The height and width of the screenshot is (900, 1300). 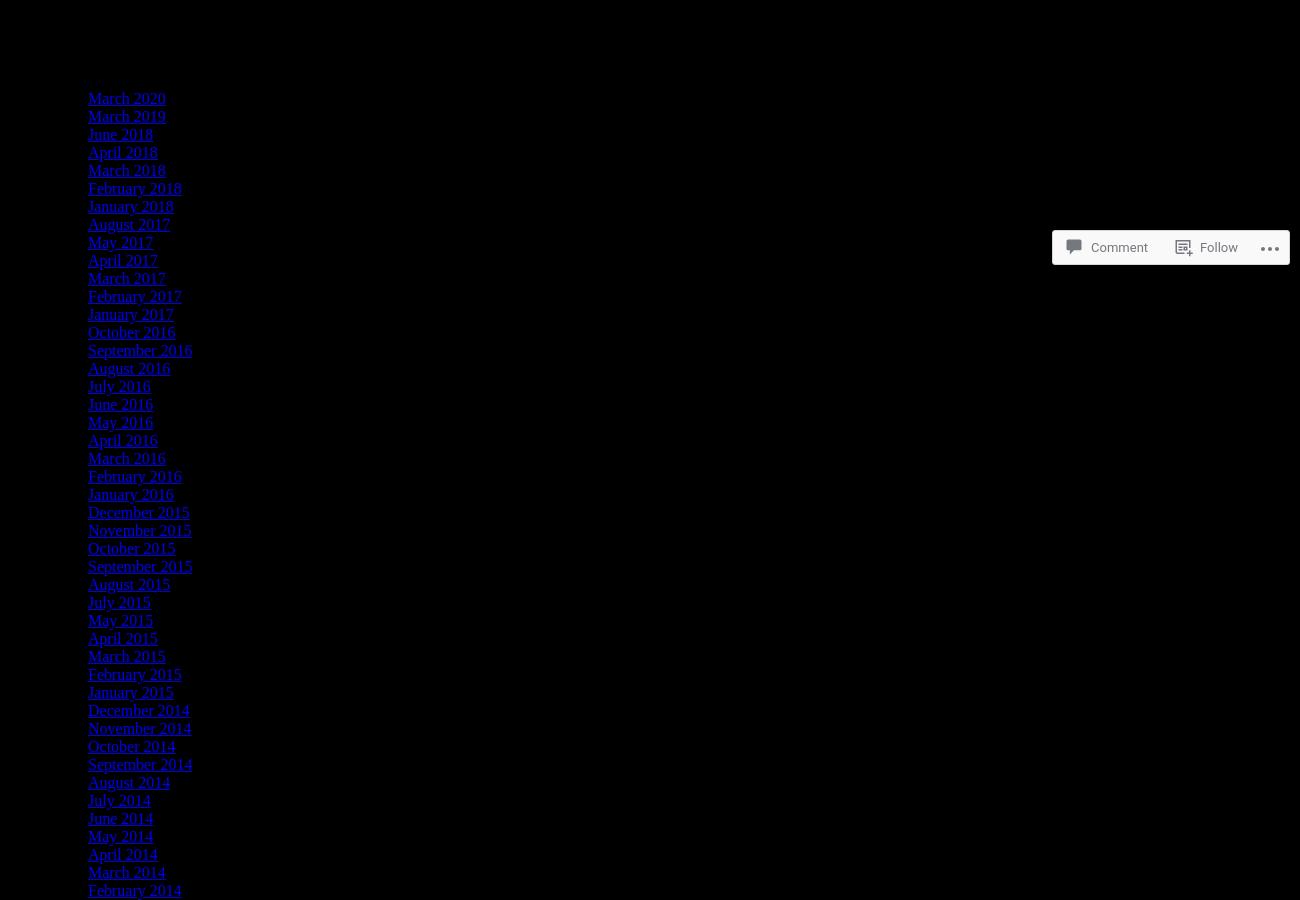 What do you see at coordinates (133, 295) in the screenshot?
I see `'February 2017'` at bounding box center [133, 295].